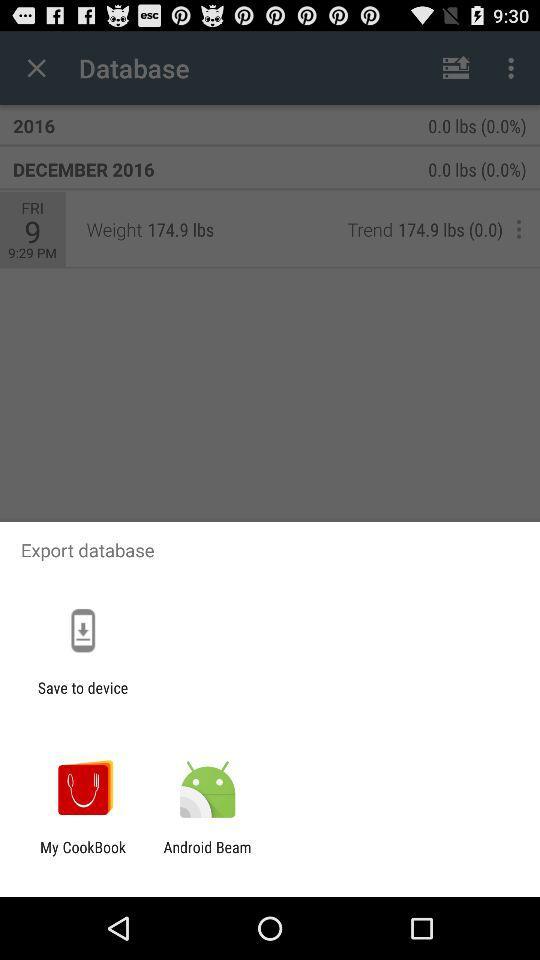 The width and height of the screenshot is (540, 960). Describe the element at coordinates (206, 855) in the screenshot. I see `the app next to the my cookbook` at that location.